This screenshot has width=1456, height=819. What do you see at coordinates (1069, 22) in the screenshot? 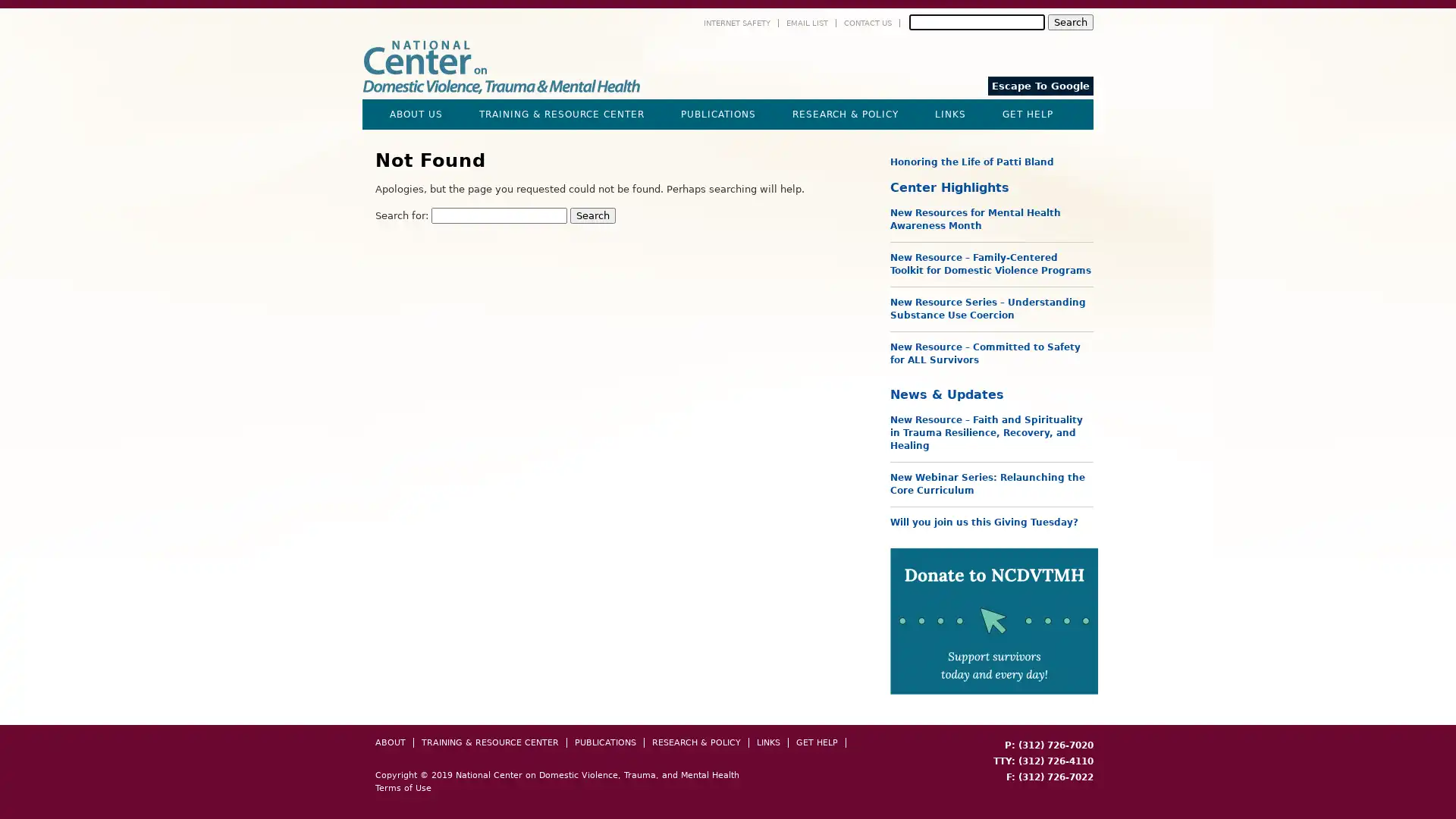
I see `Search` at bounding box center [1069, 22].